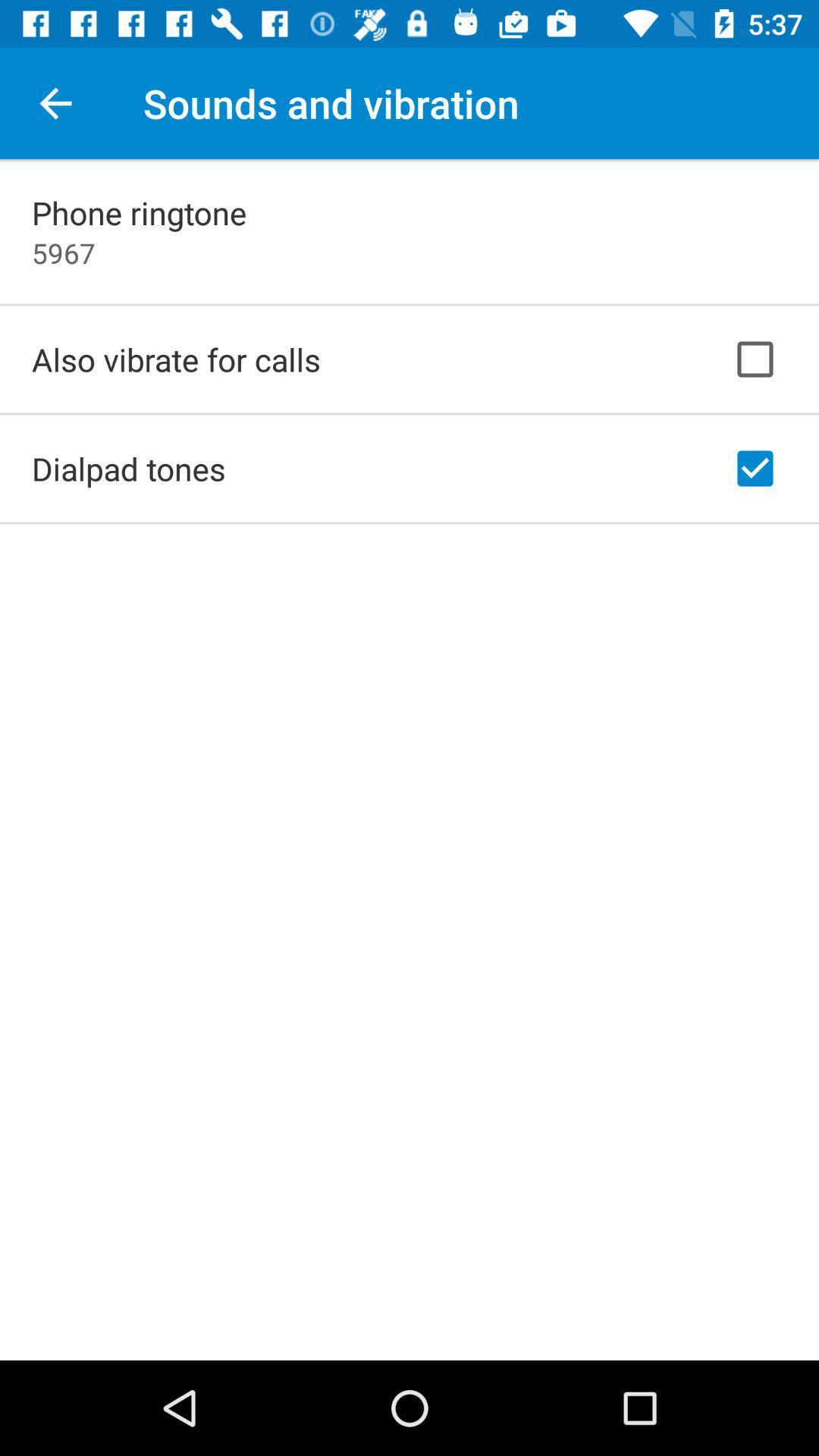 This screenshot has width=819, height=1456. I want to click on the icon below 5967 item, so click(175, 359).